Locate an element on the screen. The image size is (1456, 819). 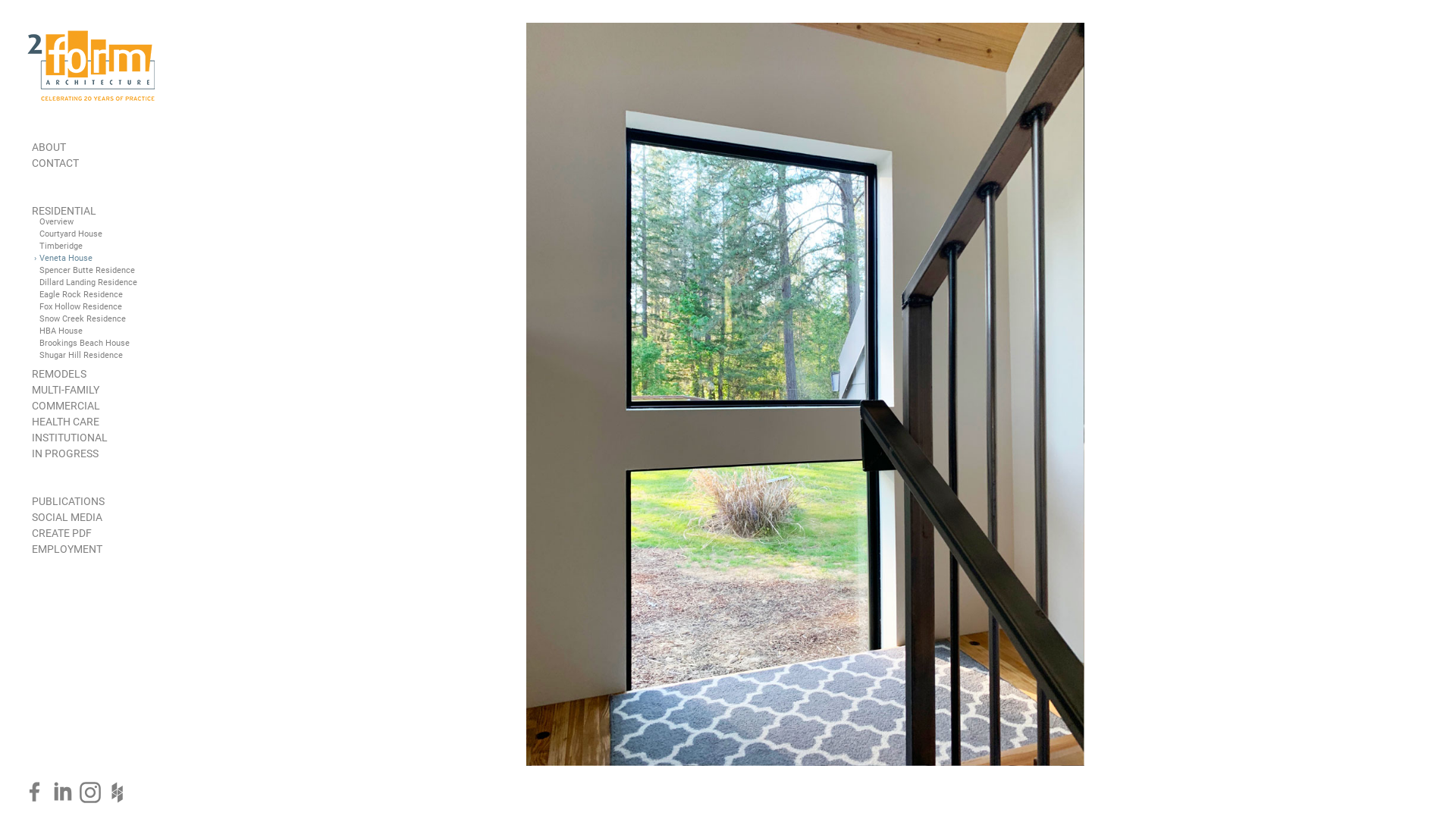
'EMPLOYMENT' is located at coordinates (66, 549).